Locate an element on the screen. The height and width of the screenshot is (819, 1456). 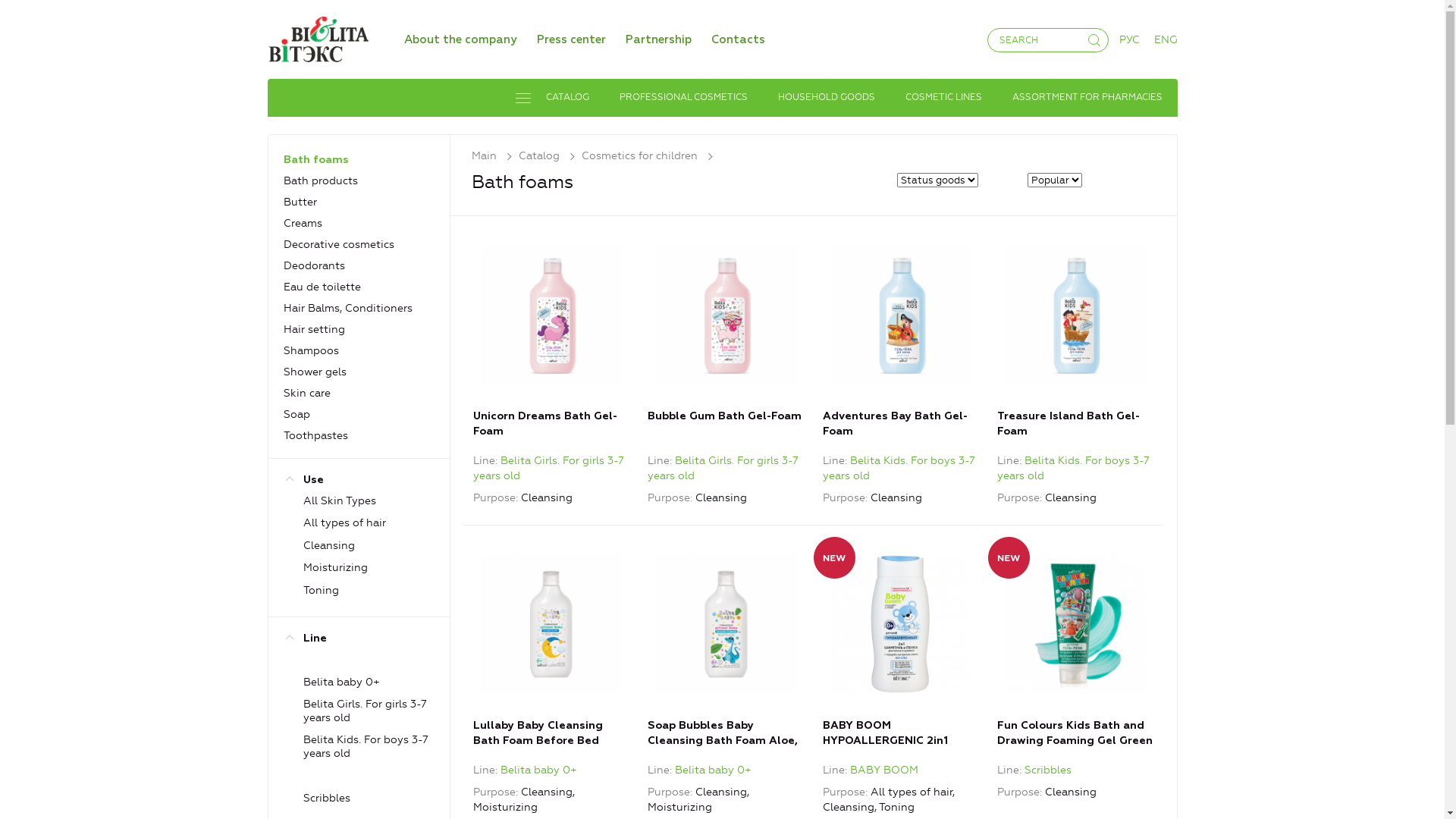
'Belita&Vitex' is located at coordinates (316, 38).